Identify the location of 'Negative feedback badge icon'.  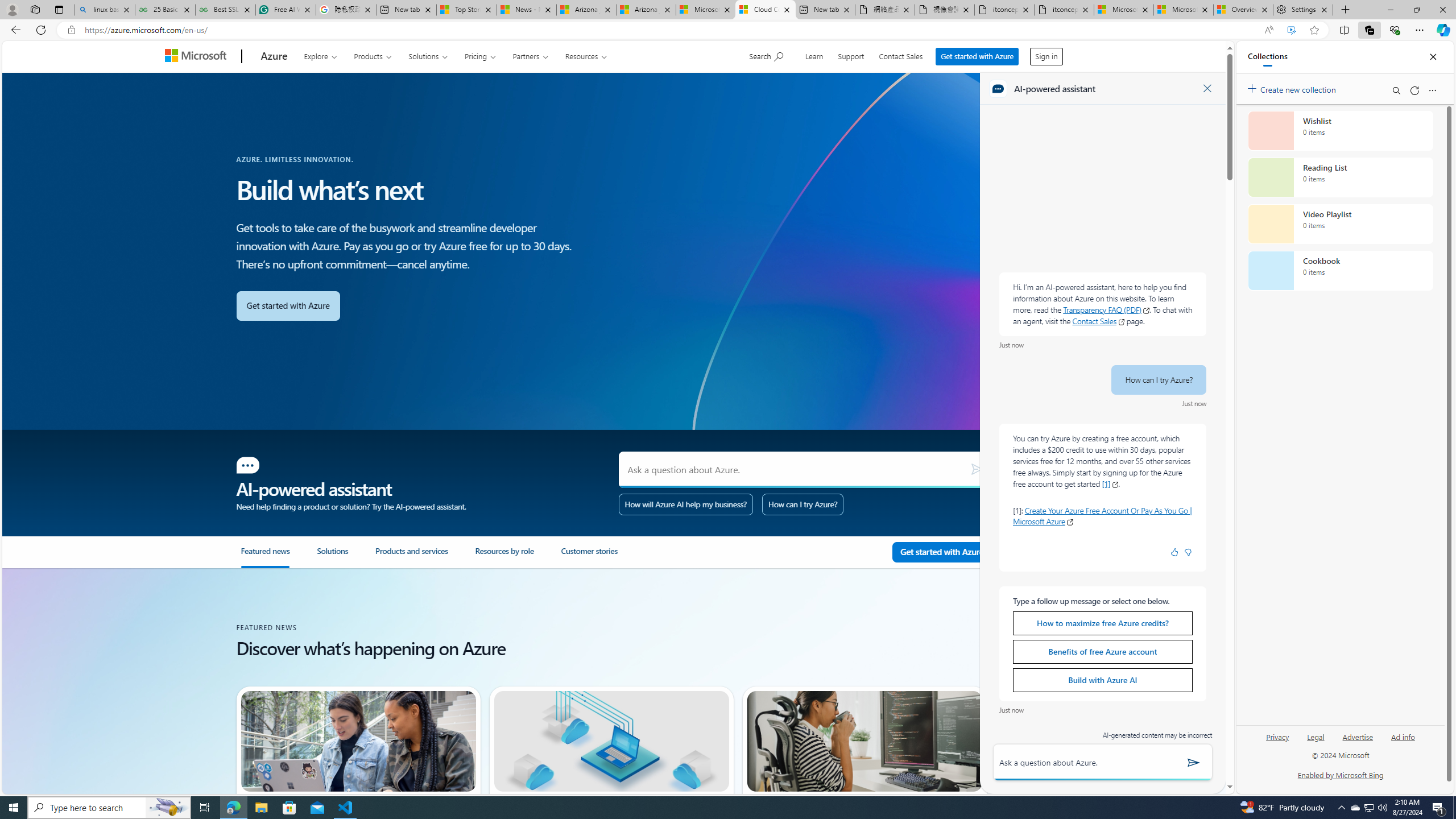
(1187, 552).